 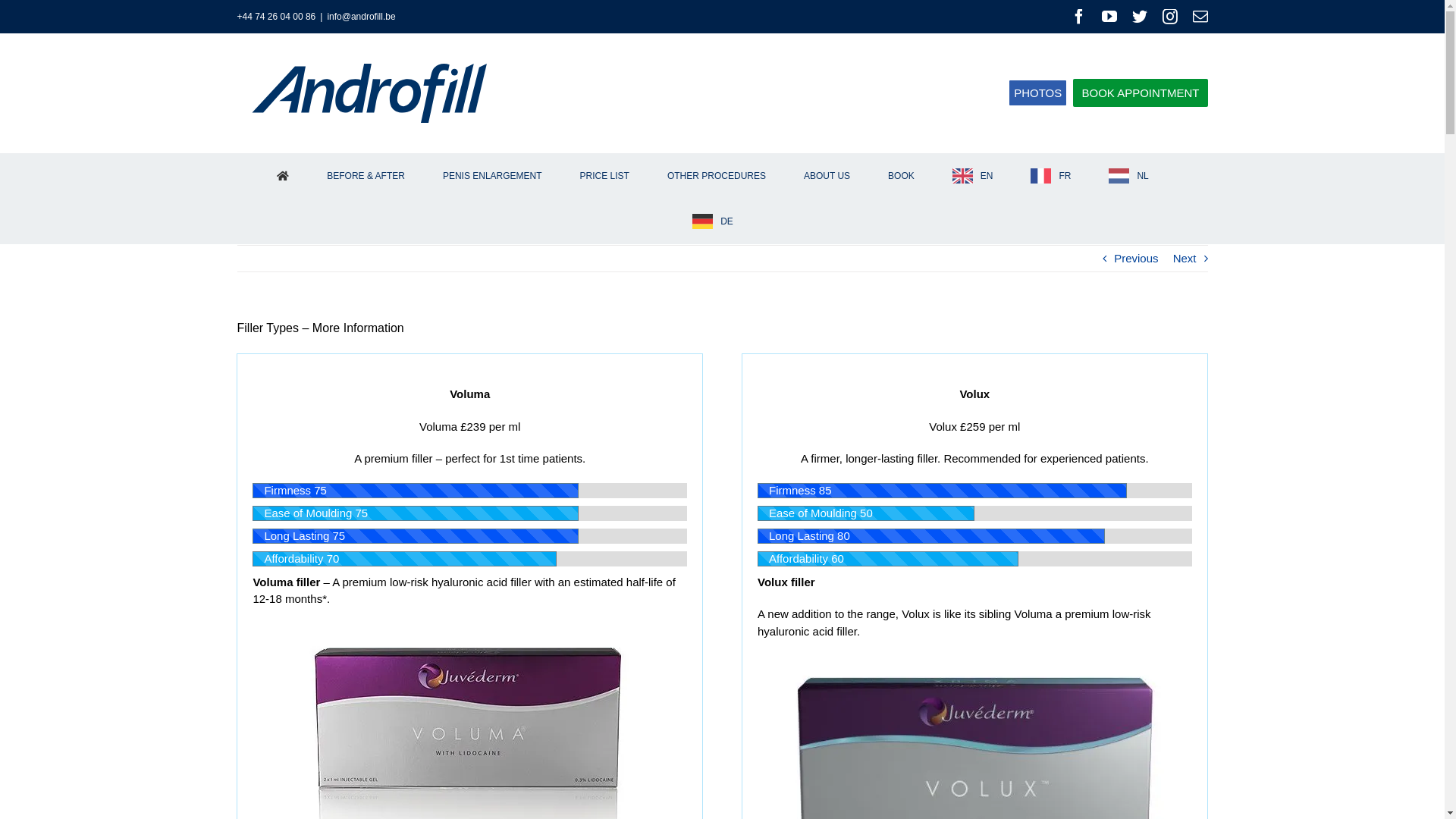 I want to click on 'PHOTOS', so click(x=1037, y=93).